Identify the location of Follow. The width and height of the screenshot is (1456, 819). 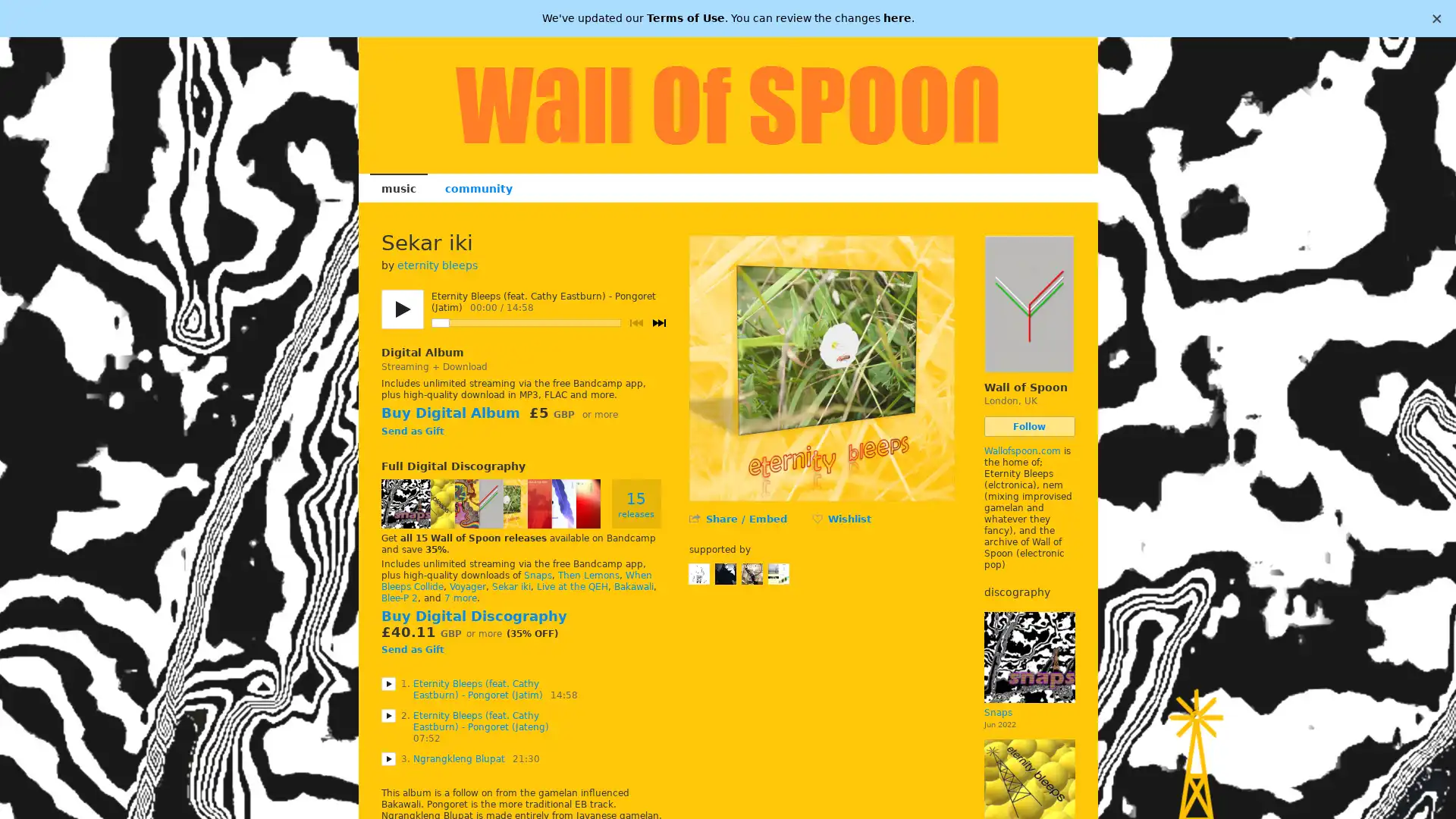
(1029, 426).